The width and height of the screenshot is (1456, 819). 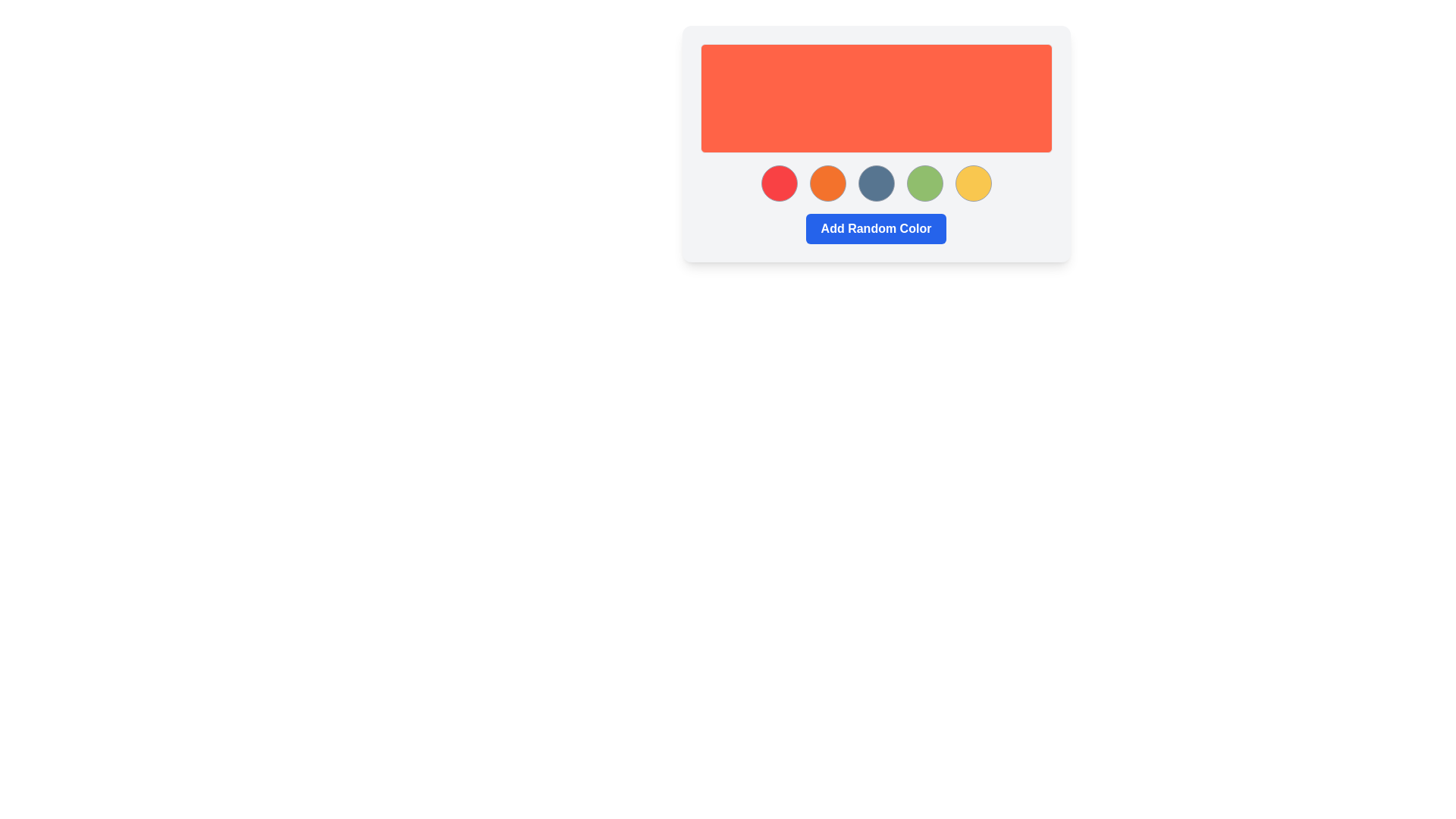 I want to click on the second circular button from the left in a horizontal set of five, which has an orange fill color and a gray border, so click(x=827, y=183).